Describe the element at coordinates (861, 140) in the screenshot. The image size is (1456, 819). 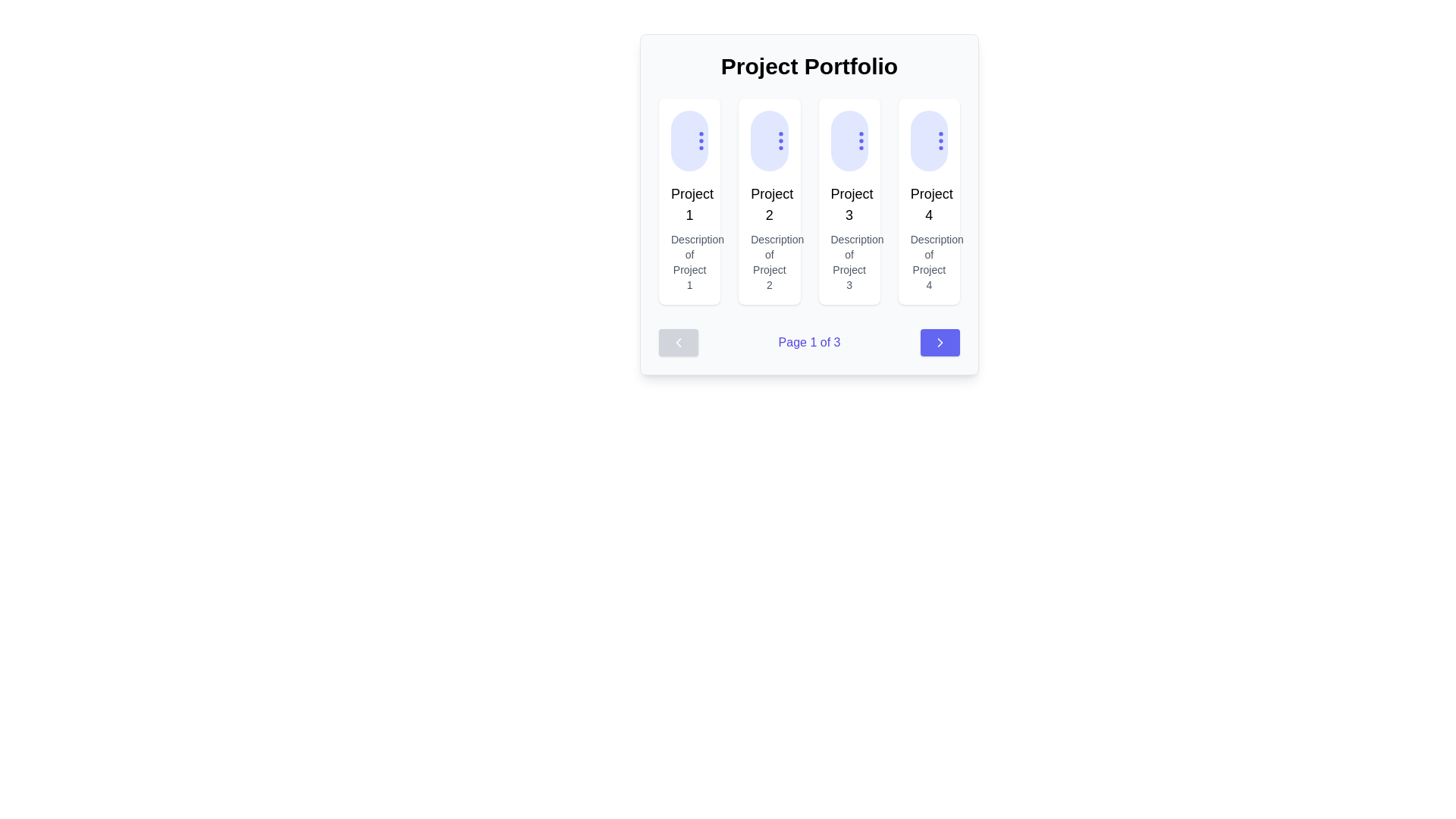
I see `the vertical ellipsis icon consisting of three circular dots arranged vertically within an outlined circle with a soft indigo background` at that location.